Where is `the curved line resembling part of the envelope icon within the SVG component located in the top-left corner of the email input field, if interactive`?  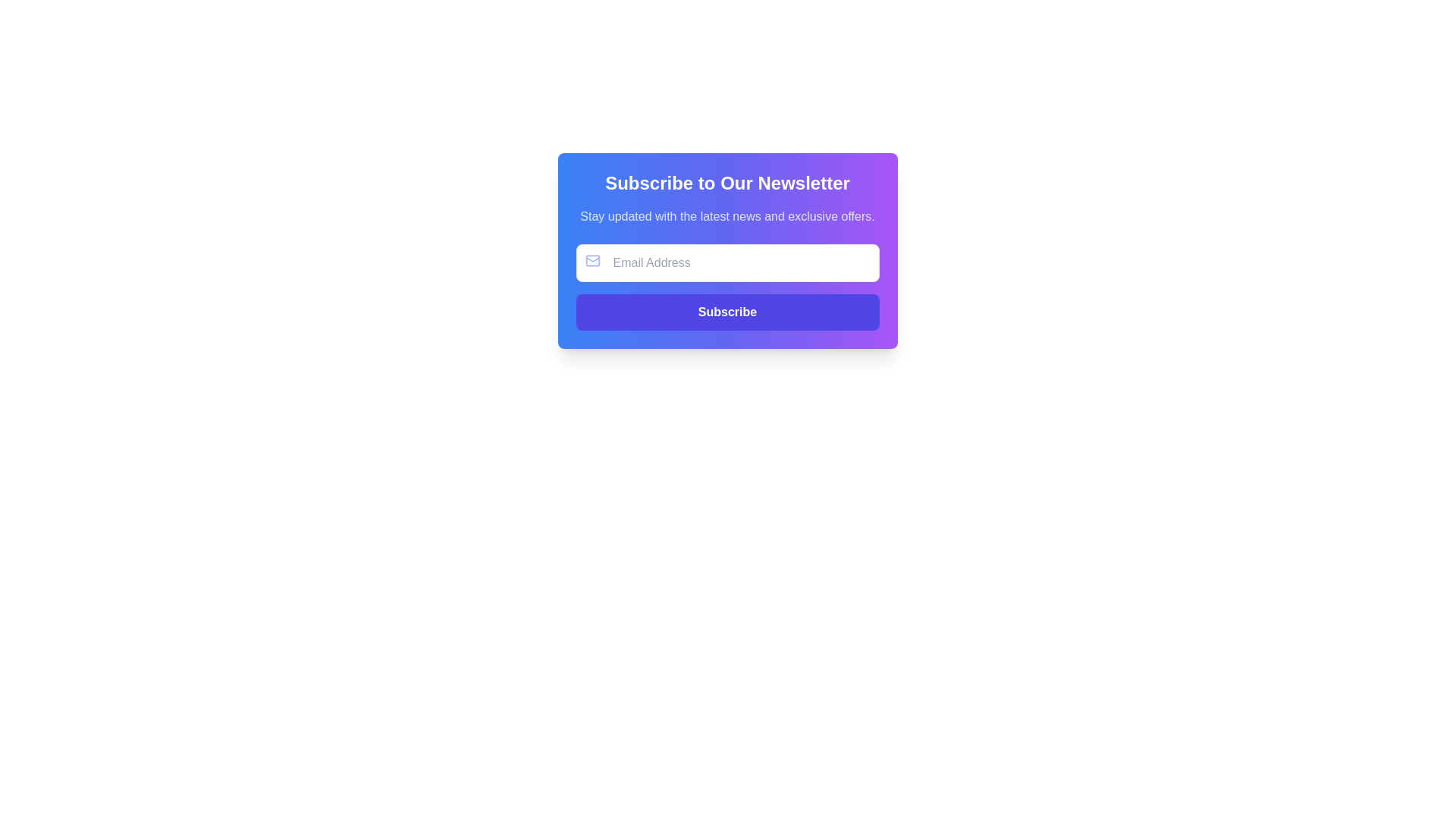
the curved line resembling part of the envelope icon within the SVG component located in the top-left corner of the email input field, if interactive is located at coordinates (591, 259).